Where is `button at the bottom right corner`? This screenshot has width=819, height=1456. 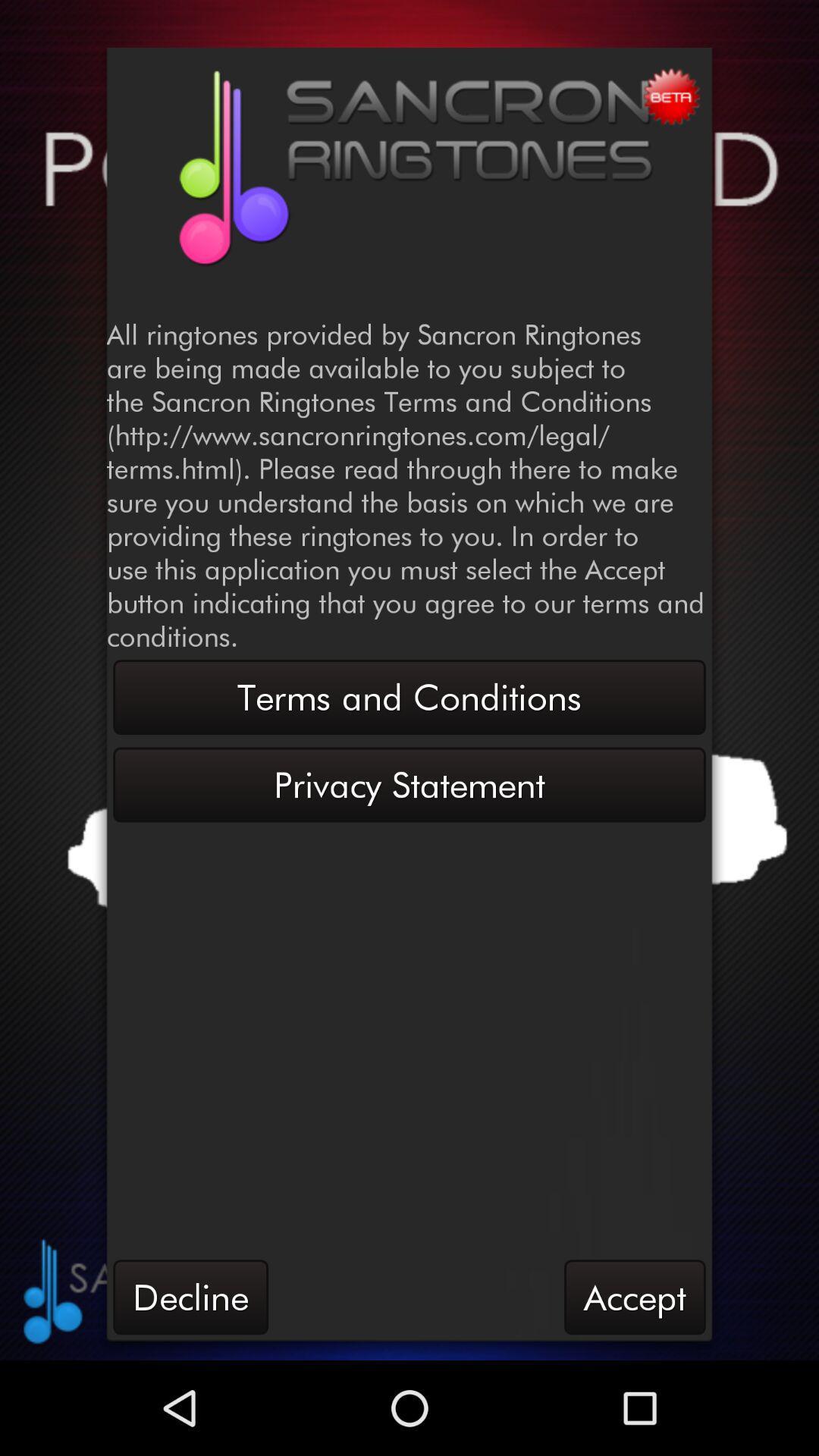 button at the bottom right corner is located at coordinates (635, 1296).